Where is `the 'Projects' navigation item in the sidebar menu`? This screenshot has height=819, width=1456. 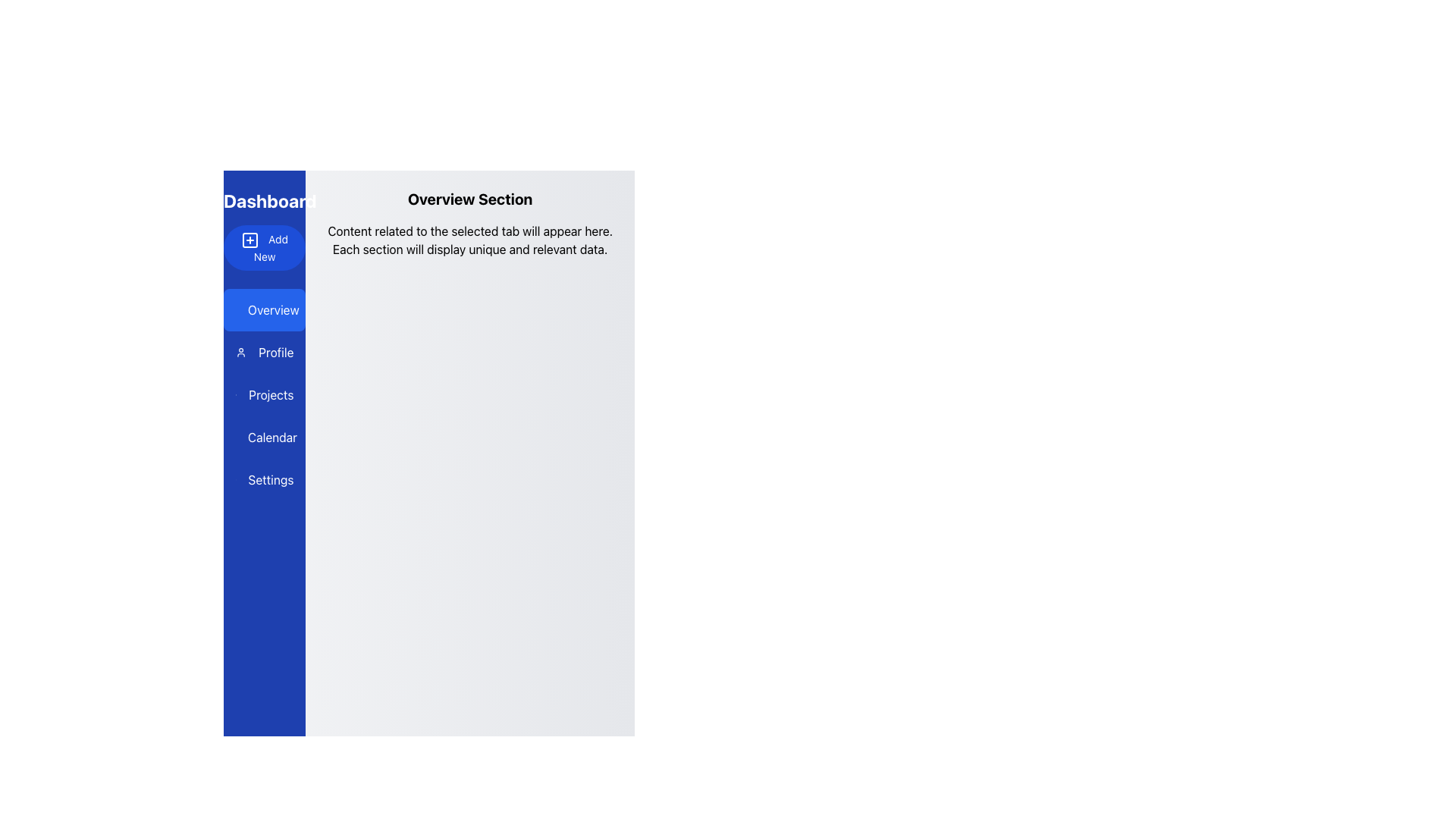
the 'Projects' navigation item in the sidebar menu is located at coordinates (265, 394).